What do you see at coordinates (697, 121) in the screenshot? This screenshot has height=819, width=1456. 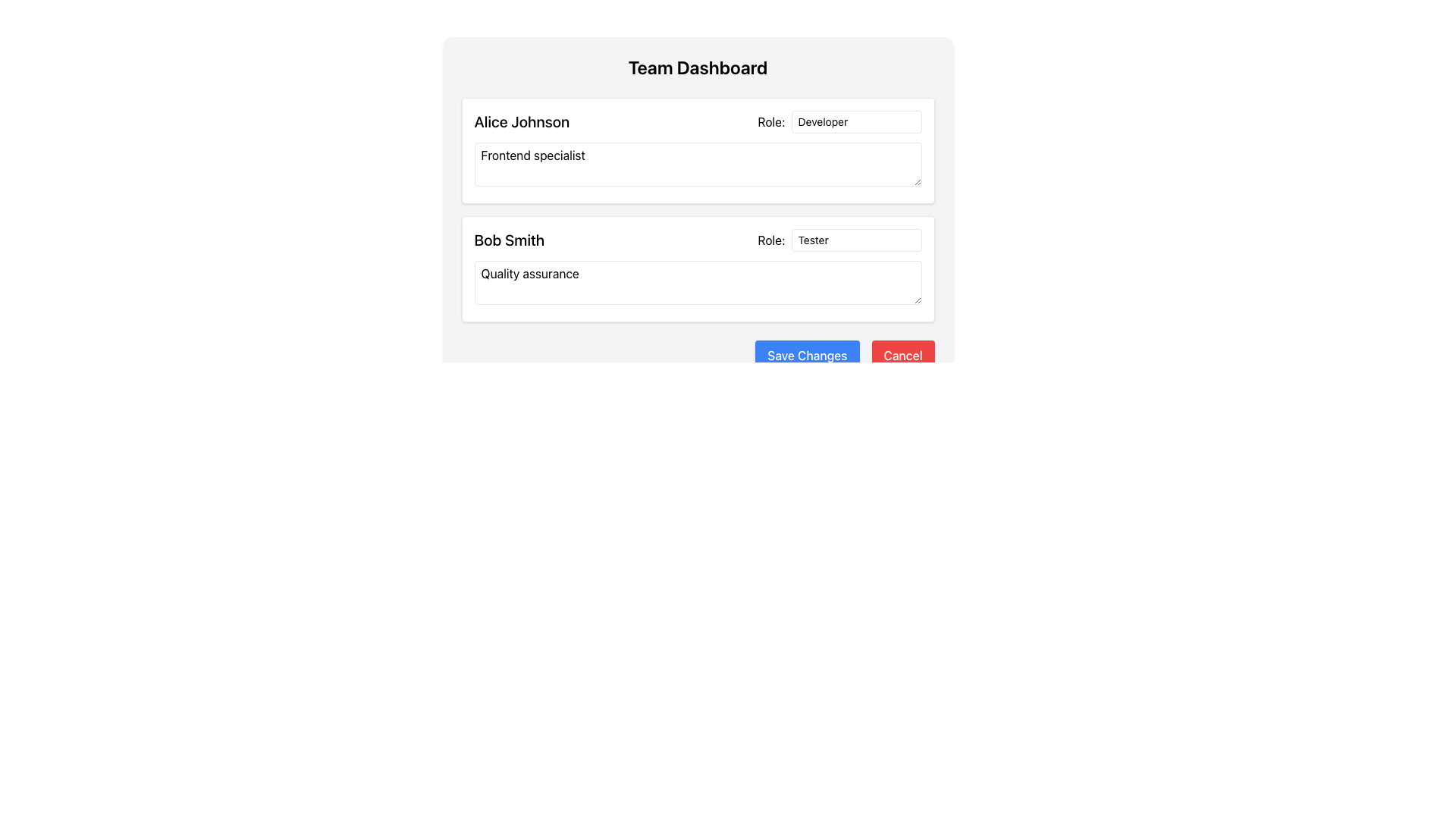 I see `the name 'Alice Johnson' in the Composite layout to highlight it` at bounding box center [697, 121].